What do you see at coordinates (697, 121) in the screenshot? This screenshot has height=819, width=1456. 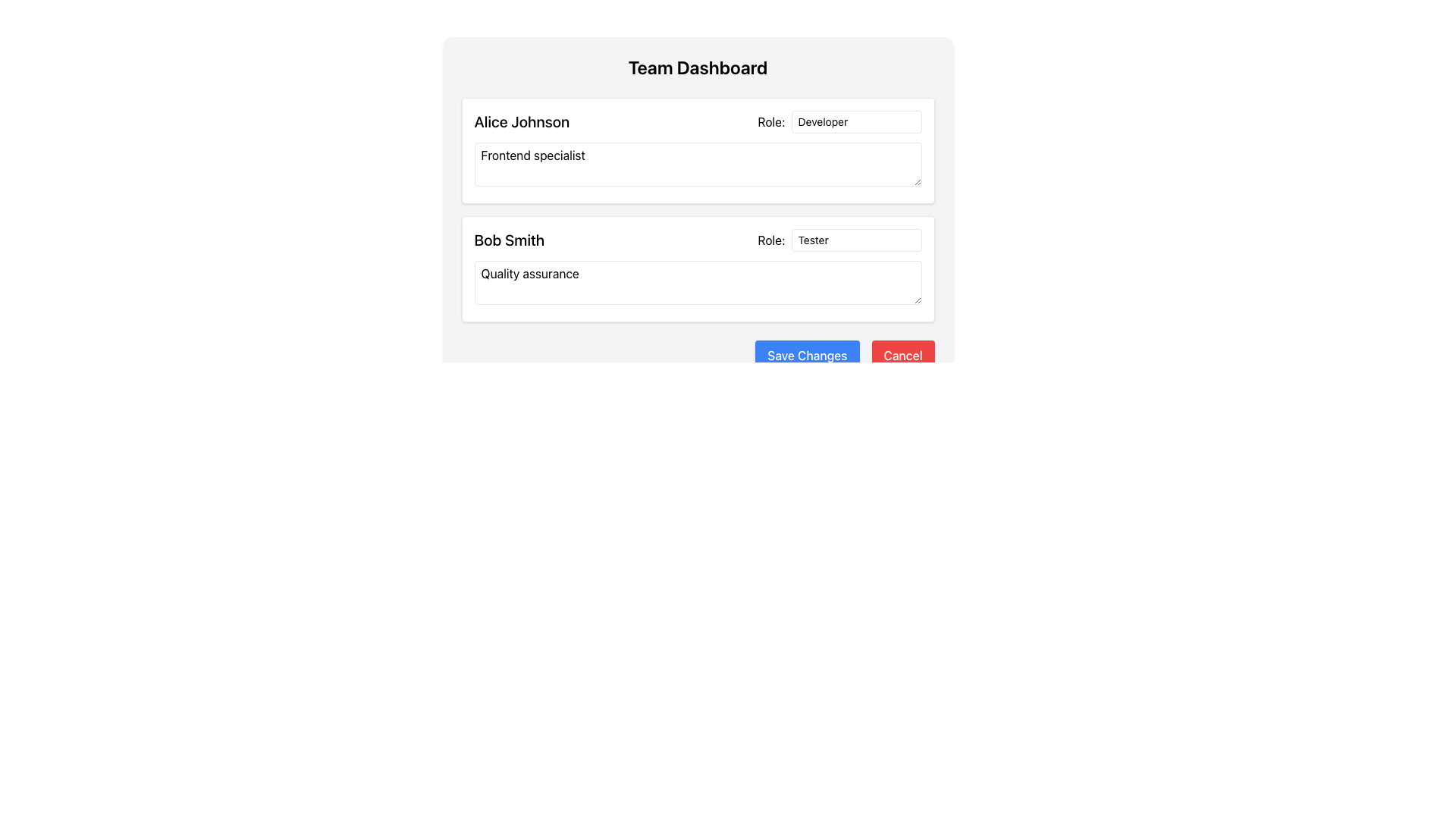 I see `the name 'Alice Johnson' in the Composite layout to highlight it` at bounding box center [697, 121].